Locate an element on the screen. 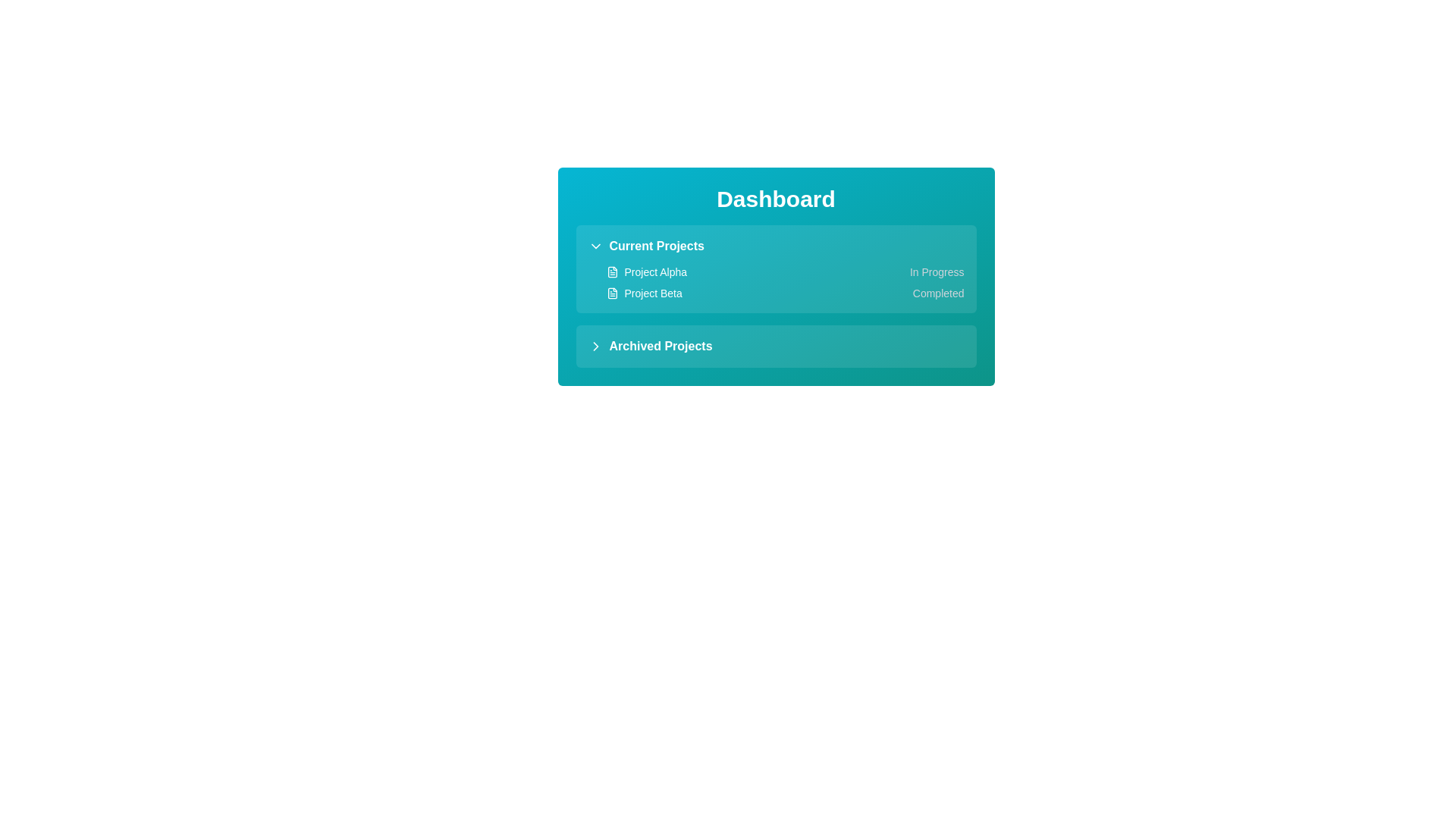  the text label displaying 'Project Alpha', which is styled with white text on a teal background and is positioned next to a document icon is located at coordinates (655, 271).